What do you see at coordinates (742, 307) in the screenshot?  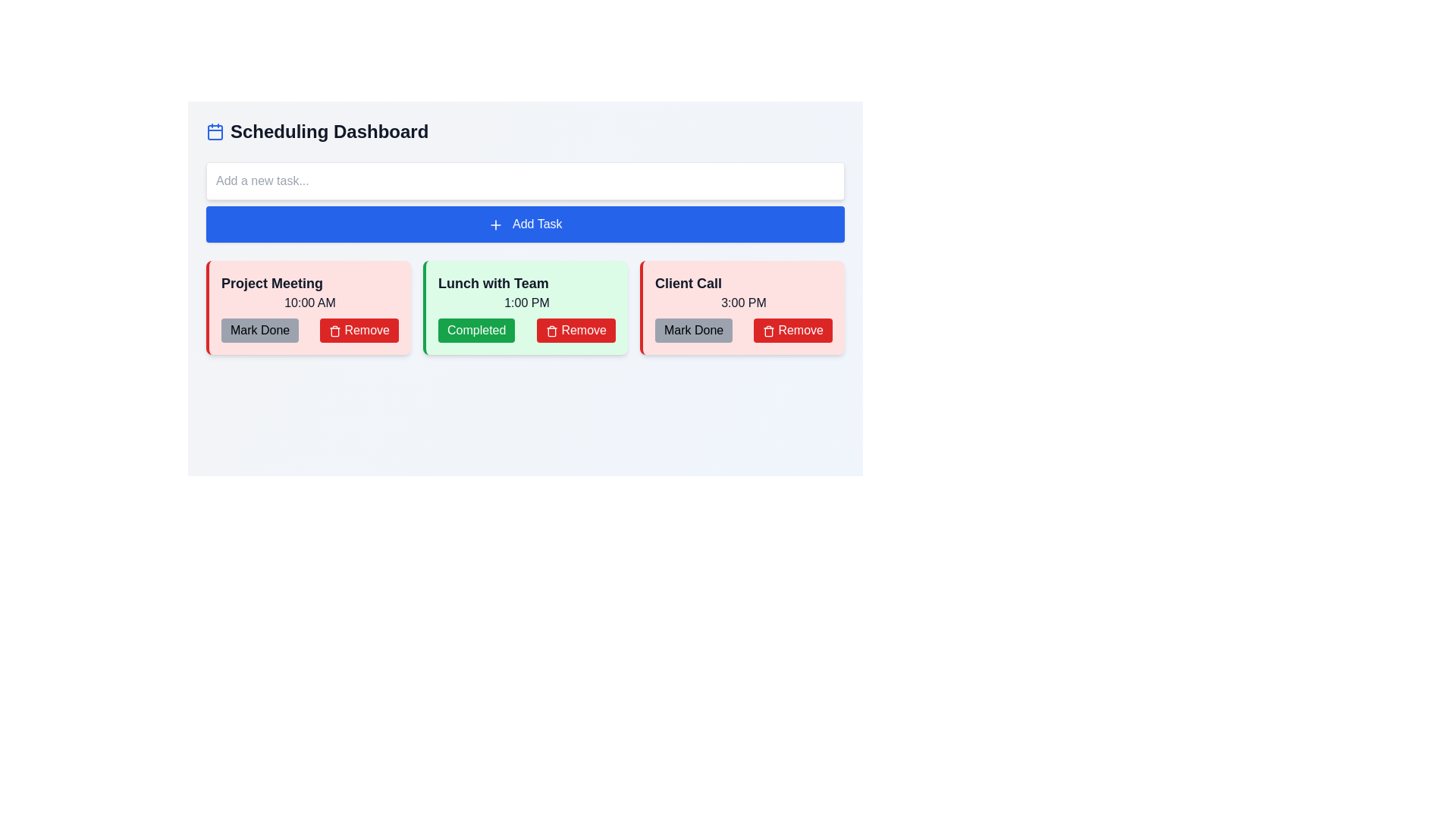 I see `the 'Client Call' agenda item card, which is the third card in a grid layout, positioned at the bottom right corner` at bounding box center [742, 307].